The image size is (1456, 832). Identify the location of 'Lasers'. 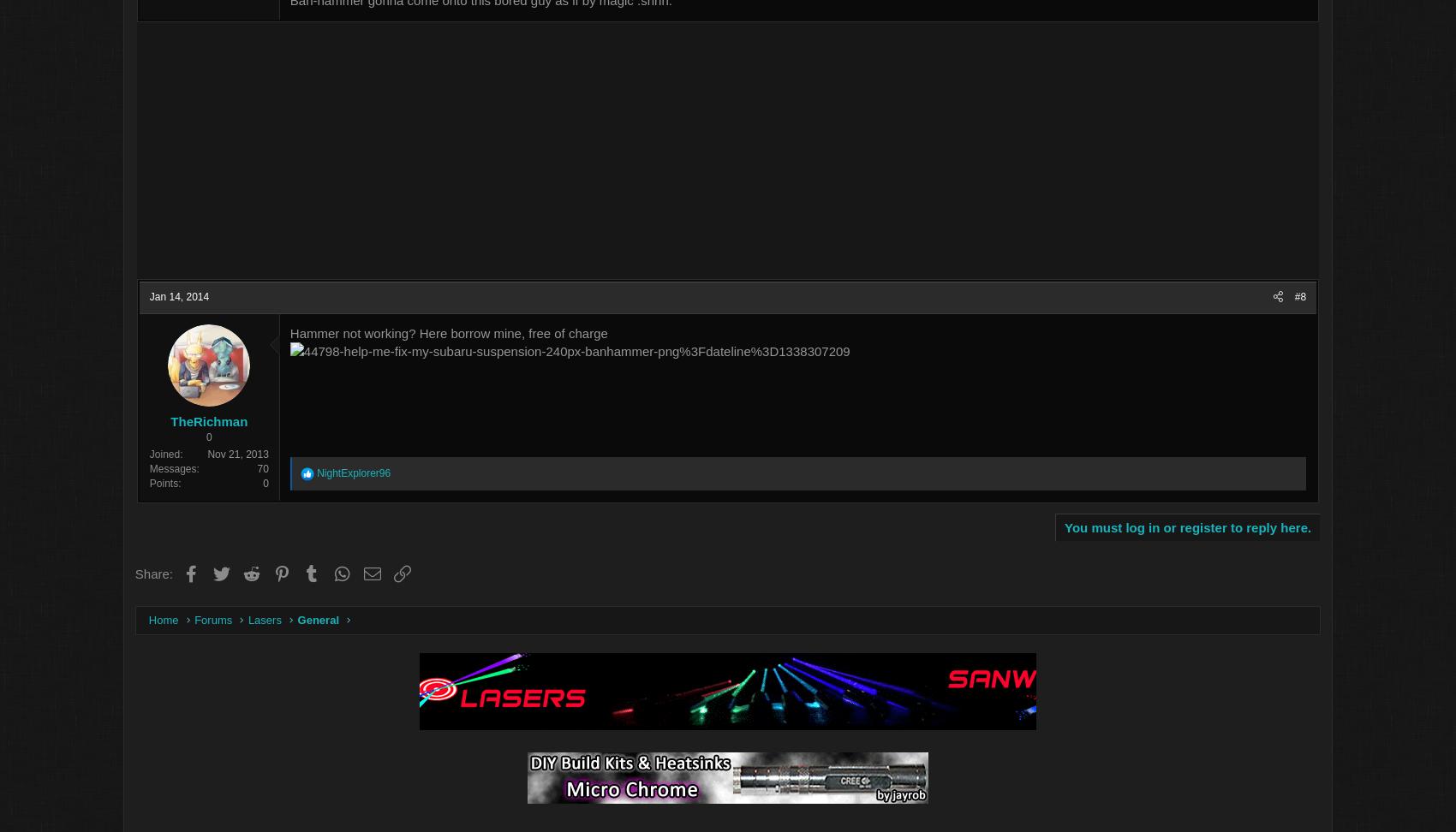
(356, 621).